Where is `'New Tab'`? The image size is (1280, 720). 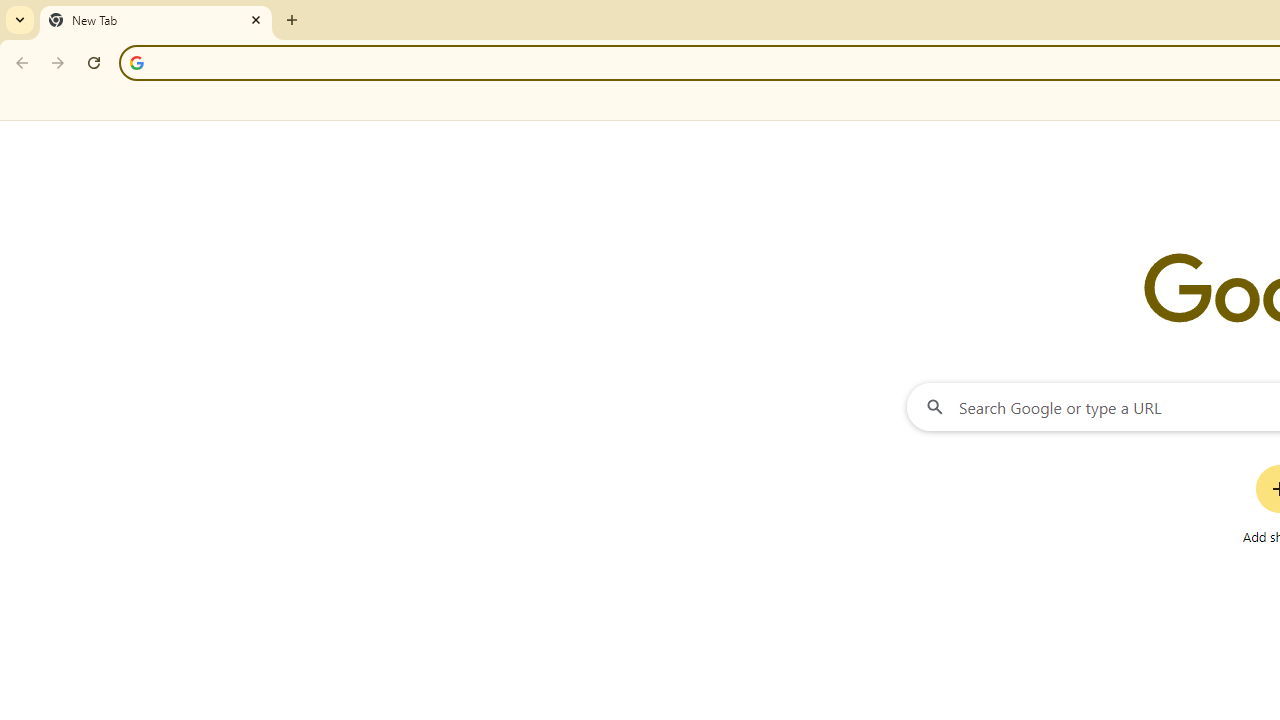 'New Tab' is located at coordinates (155, 20).